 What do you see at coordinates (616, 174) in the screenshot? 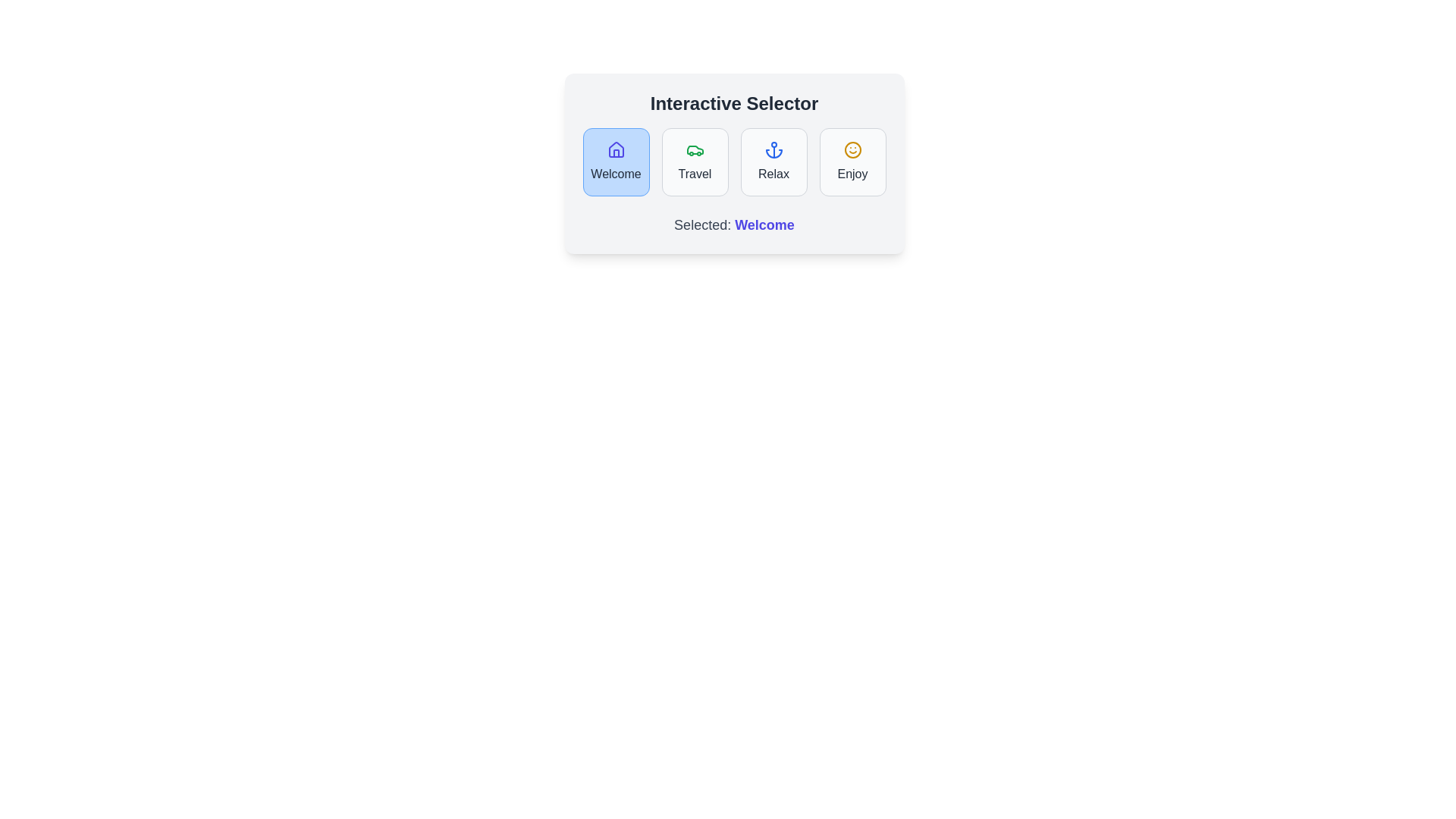
I see `the 'Welcome' text label, which is styled in medium-weight gray font and located below a blue-highlighted house icon in the Interactive Selector panel` at bounding box center [616, 174].